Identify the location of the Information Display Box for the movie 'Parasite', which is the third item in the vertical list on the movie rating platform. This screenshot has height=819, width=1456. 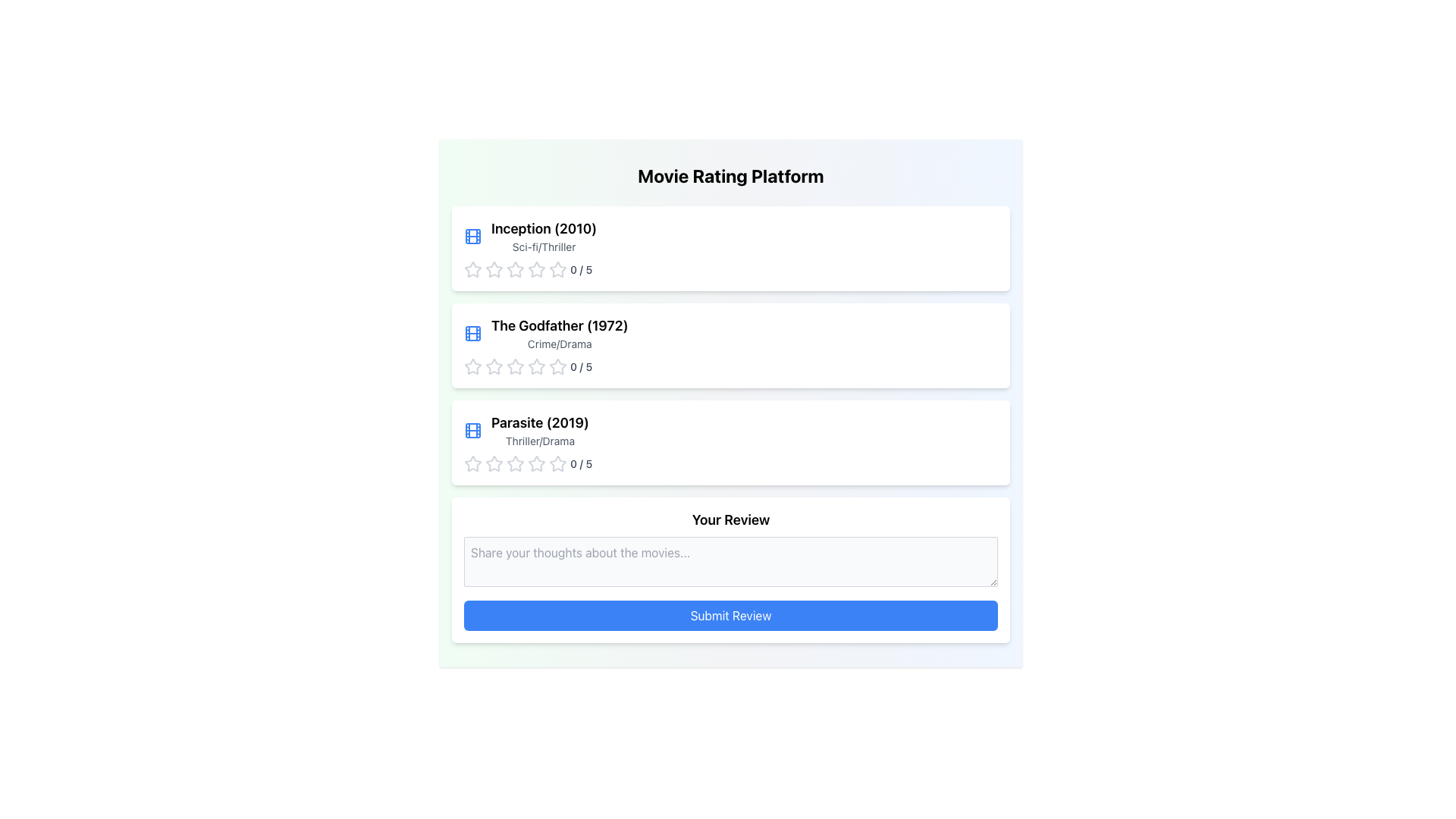
(731, 430).